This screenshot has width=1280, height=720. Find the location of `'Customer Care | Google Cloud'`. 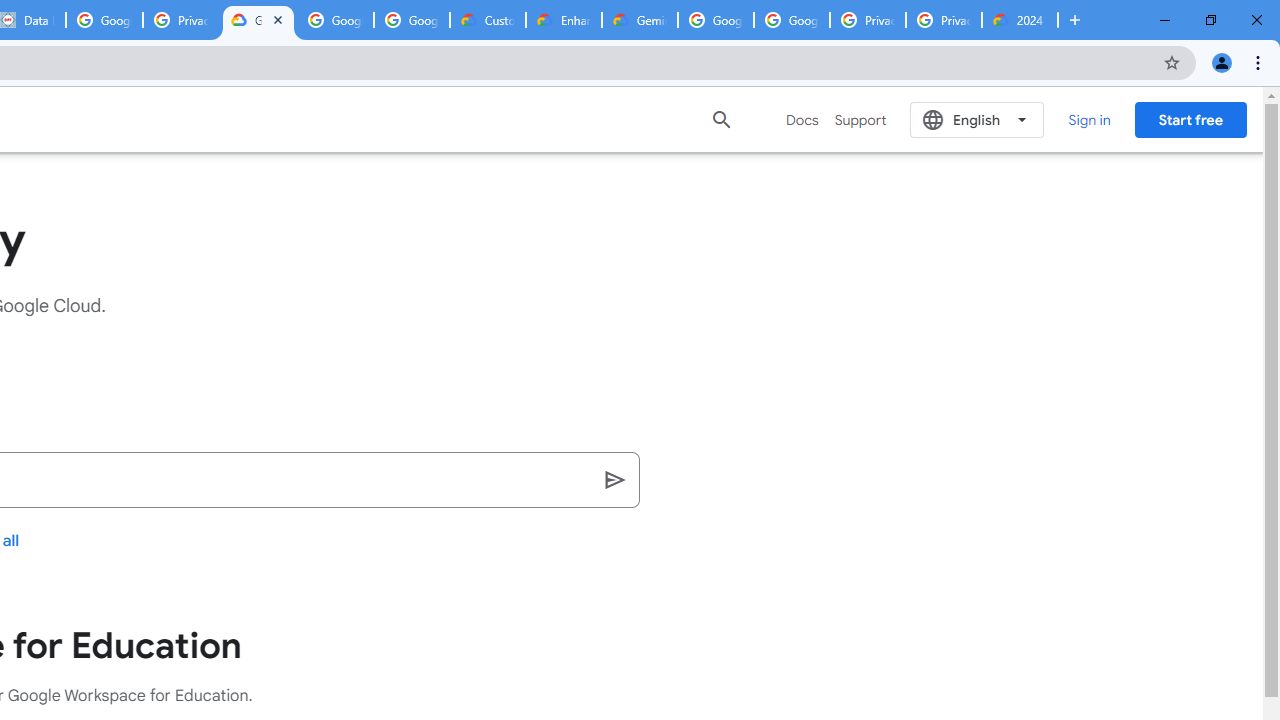

'Customer Care | Google Cloud' is located at coordinates (488, 20).